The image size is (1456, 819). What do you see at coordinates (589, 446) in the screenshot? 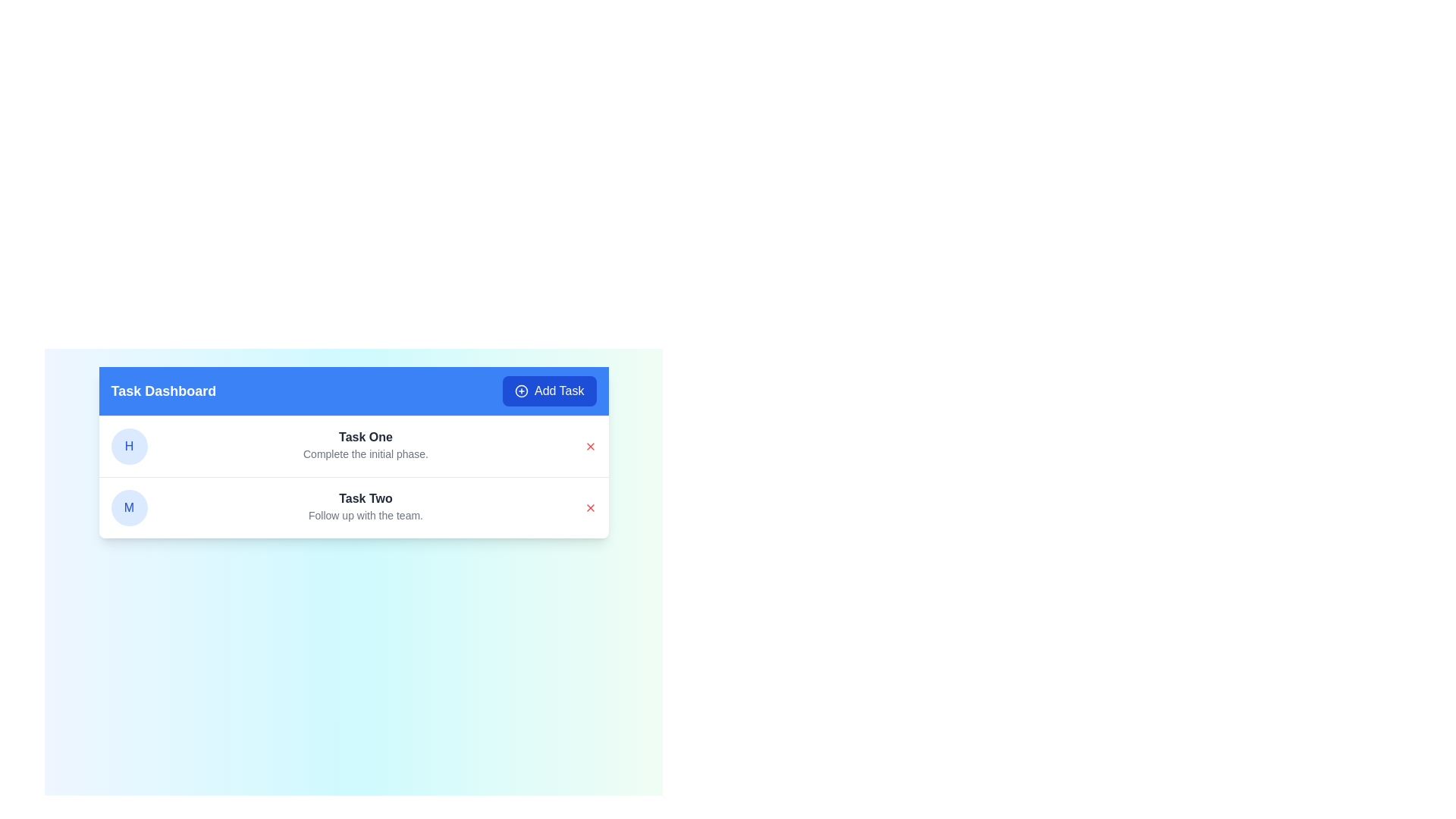
I see `the small red 'X' close button located on the right side of the task representation for 'Task One' to trigger its hover effect` at bounding box center [589, 446].